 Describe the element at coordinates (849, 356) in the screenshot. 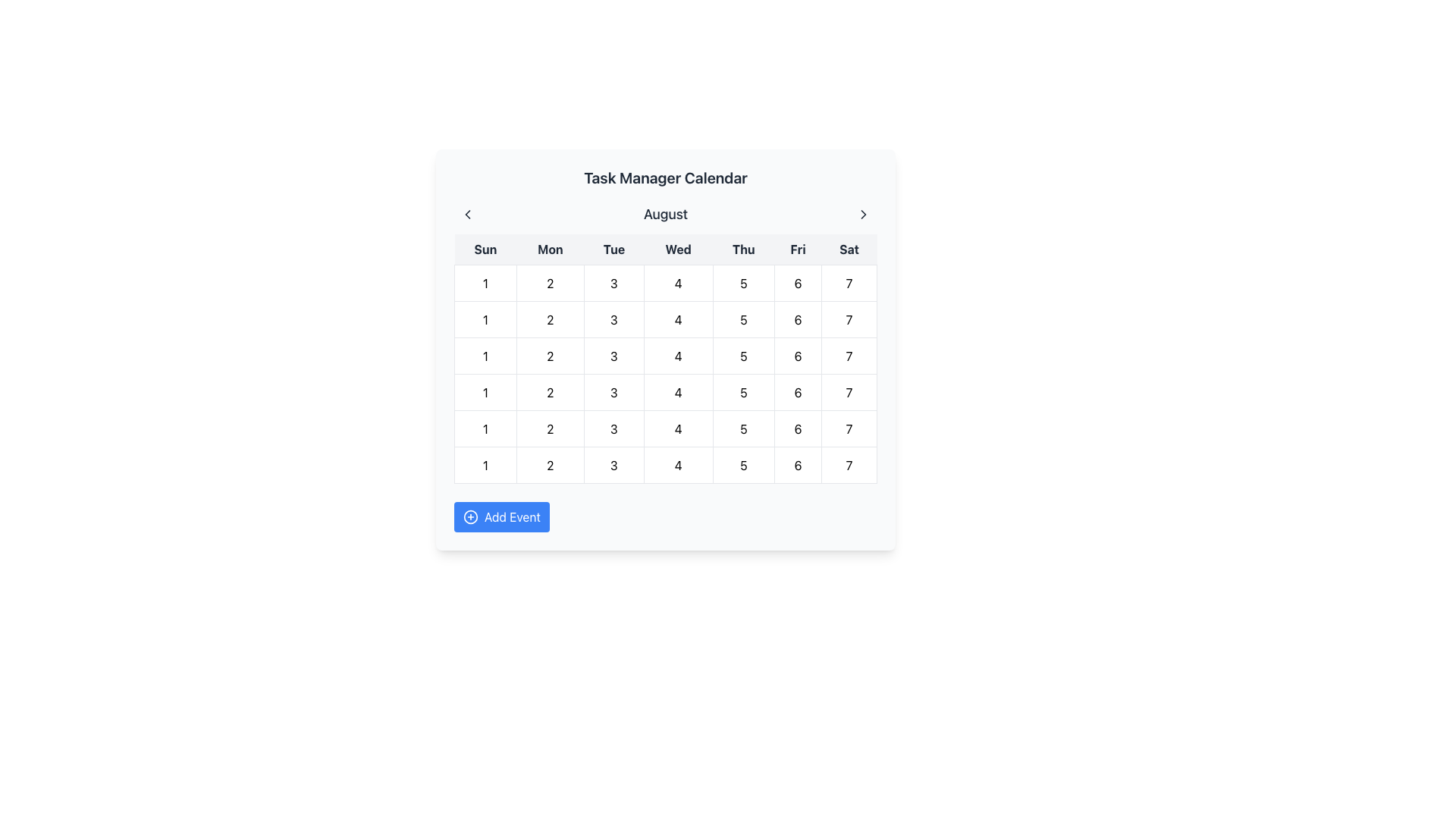

I see `the text label displaying the number '7' in the last column (Saturday) of the calendar grid, specifically in the second row` at that location.